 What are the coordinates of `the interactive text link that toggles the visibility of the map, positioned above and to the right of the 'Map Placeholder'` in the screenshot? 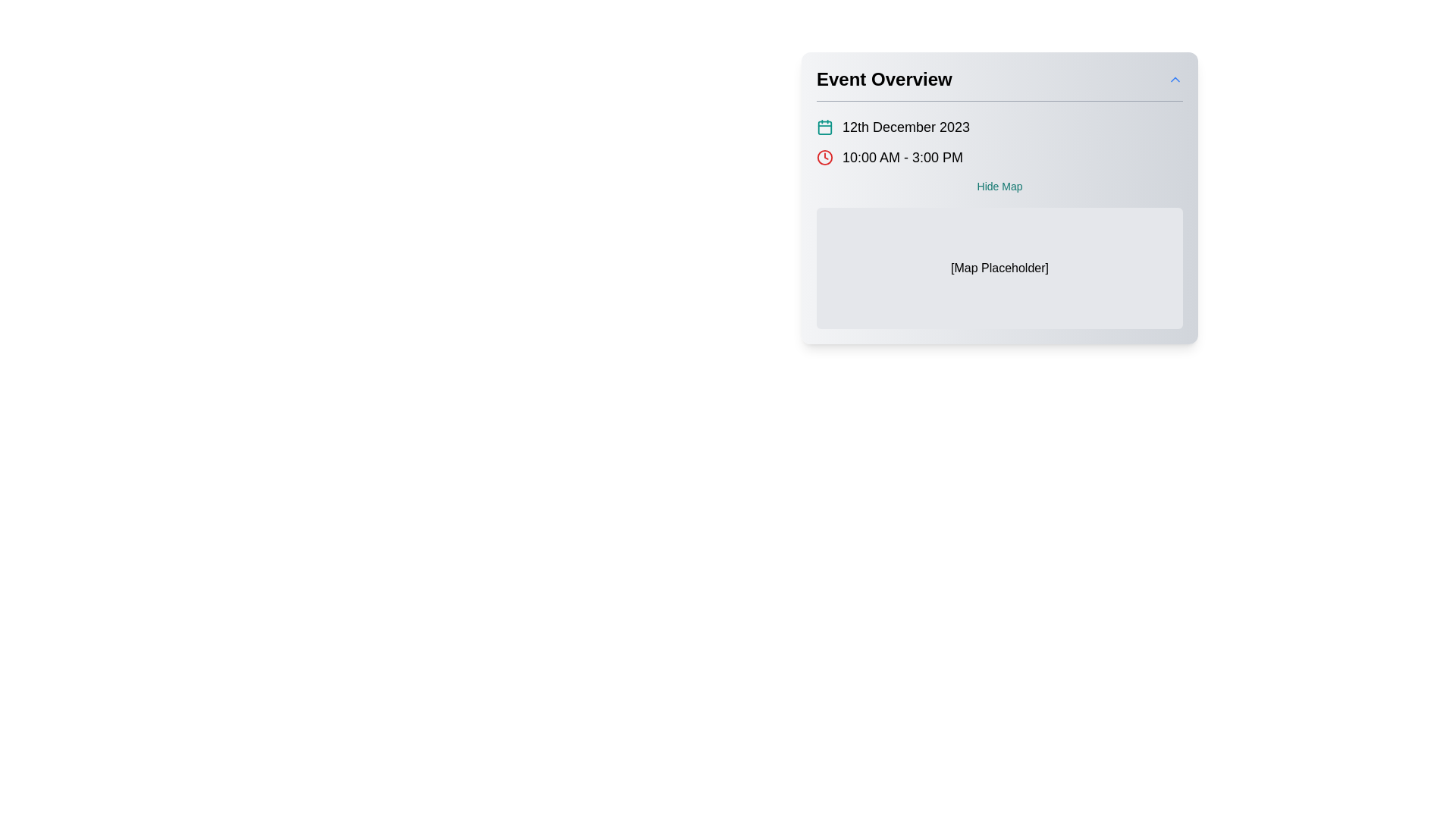 It's located at (999, 186).